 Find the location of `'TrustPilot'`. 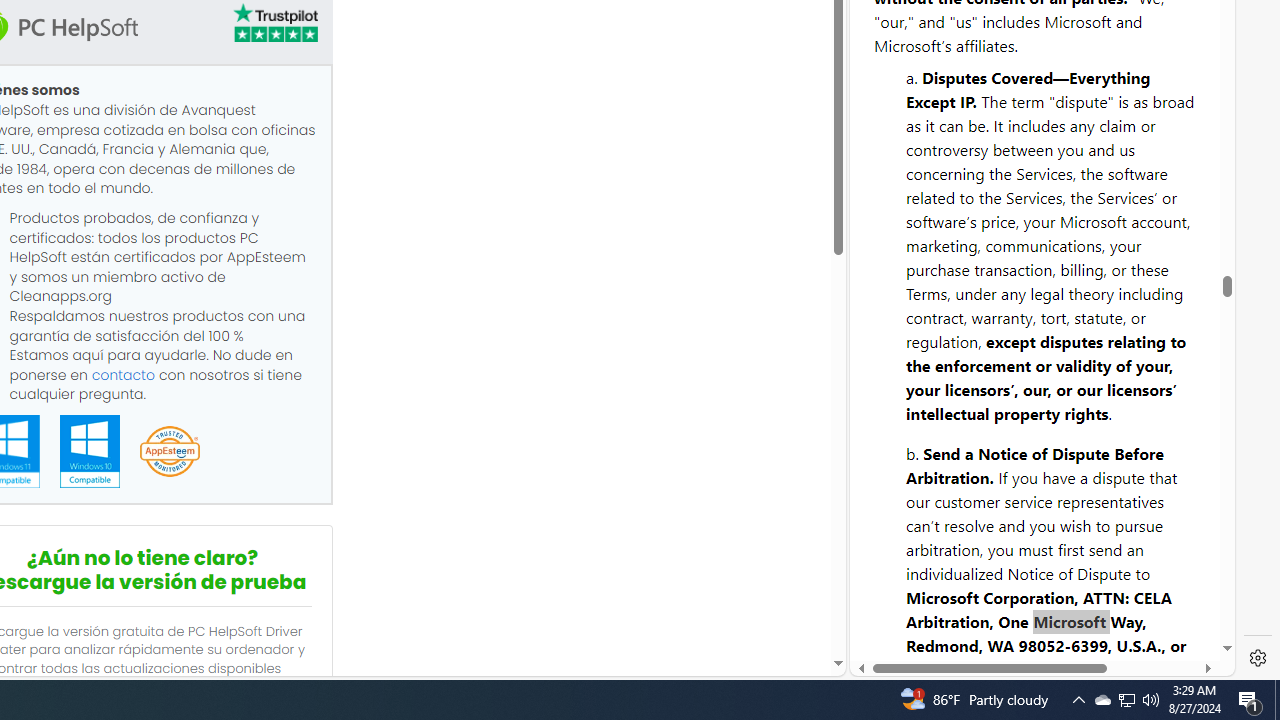

'TrustPilot' is located at coordinates (273, 23).